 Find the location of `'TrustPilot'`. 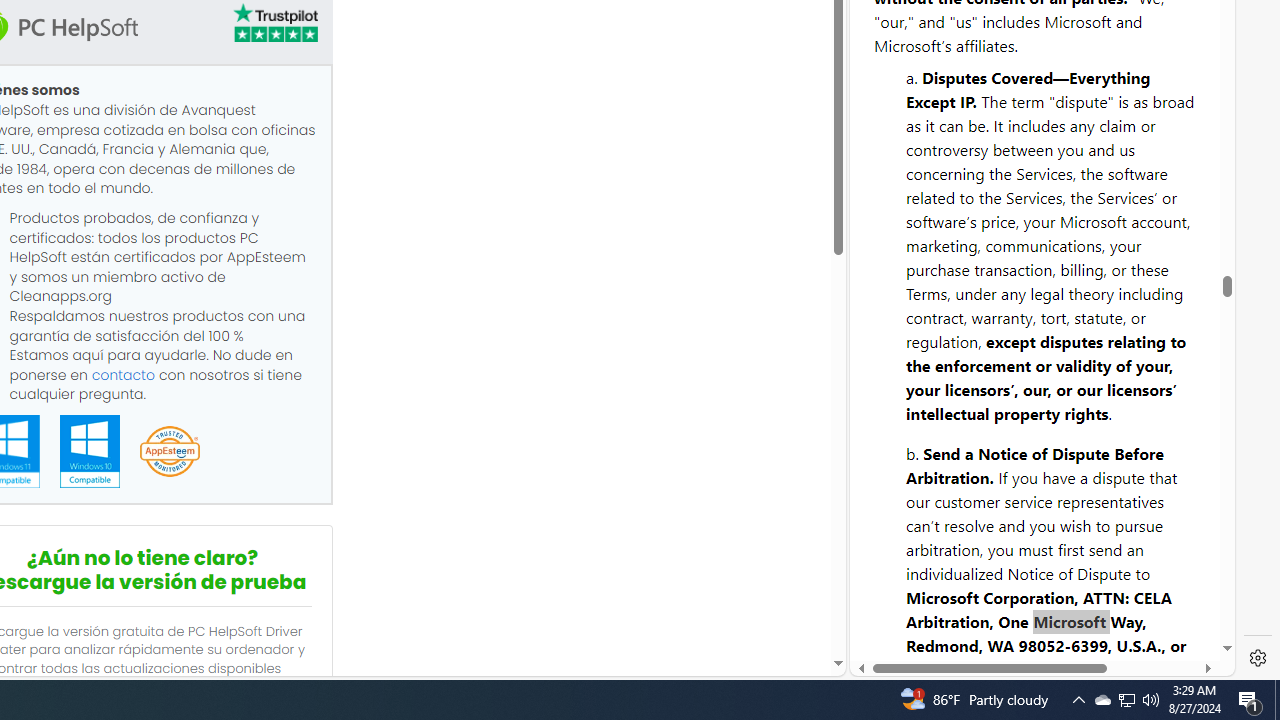

'TrustPilot' is located at coordinates (273, 23).